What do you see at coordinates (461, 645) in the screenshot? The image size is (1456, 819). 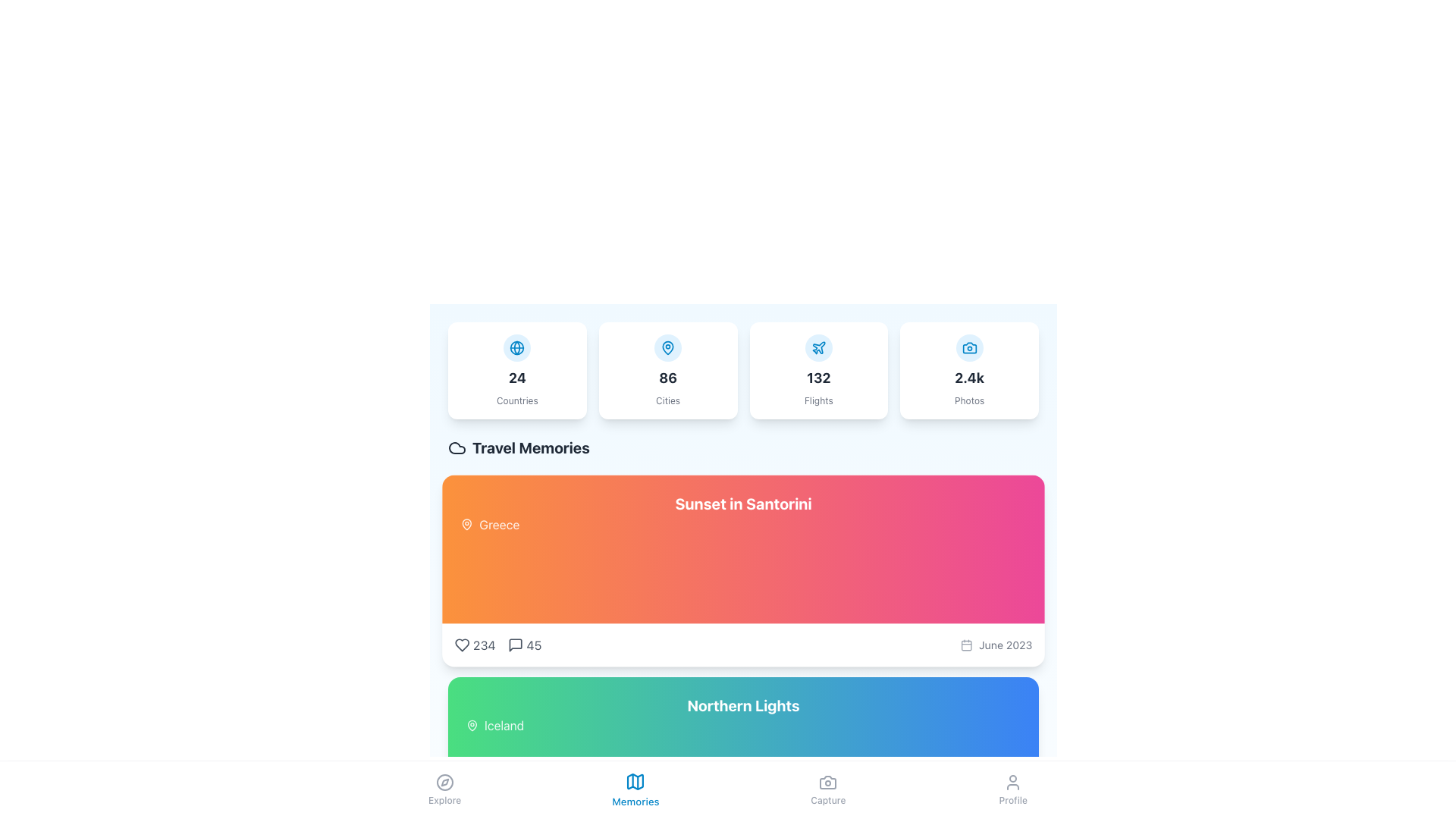 I see `the 'like' button (heart icon) located below the 'Sunset in Santorini' section to express a like for the content, positioned to the left of the number '234'` at bounding box center [461, 645].